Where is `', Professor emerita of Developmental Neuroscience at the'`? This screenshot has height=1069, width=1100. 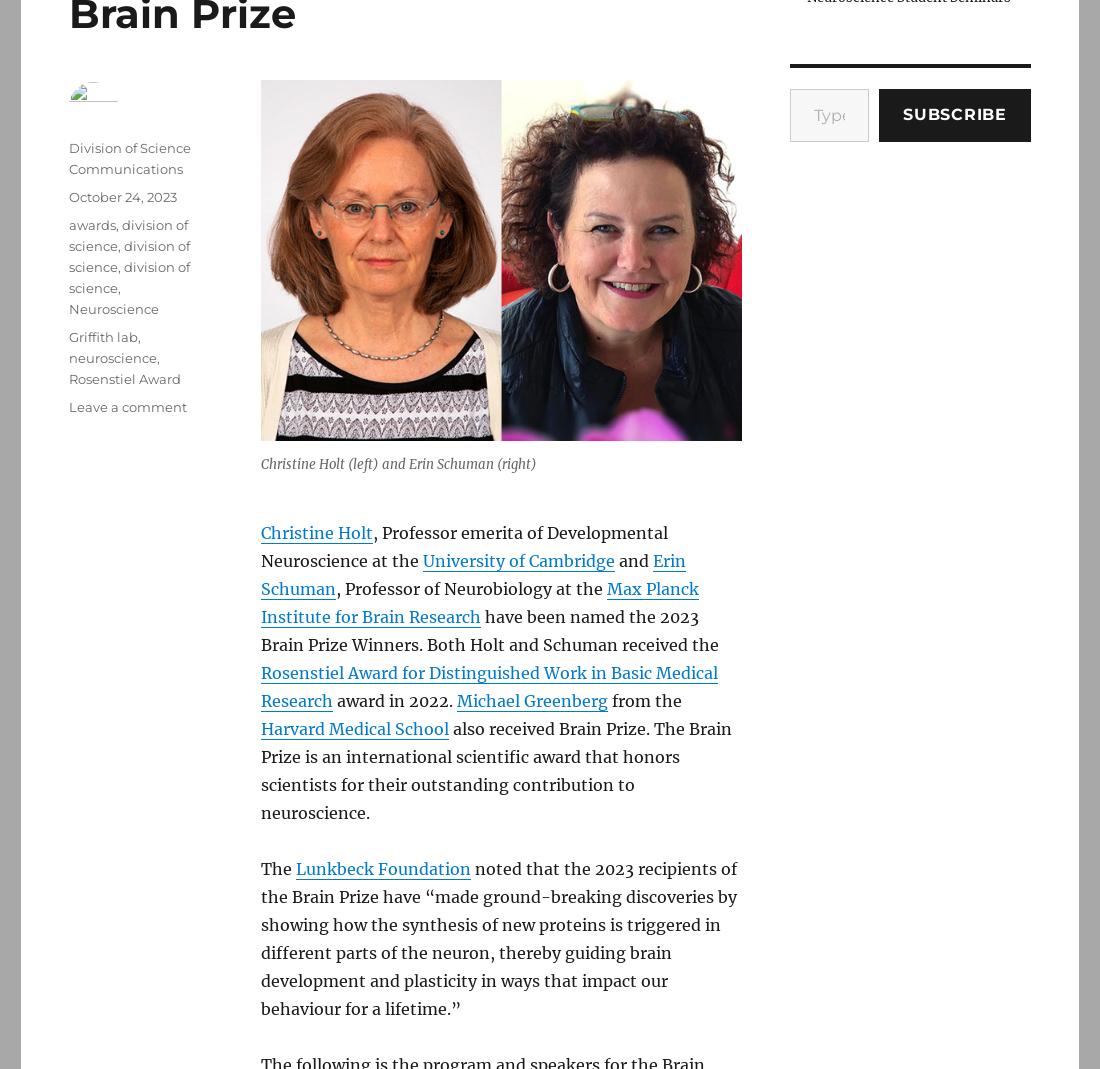
', Professor emerita of Developmental Neuroscience at the' is located at coordinates (463, 547).